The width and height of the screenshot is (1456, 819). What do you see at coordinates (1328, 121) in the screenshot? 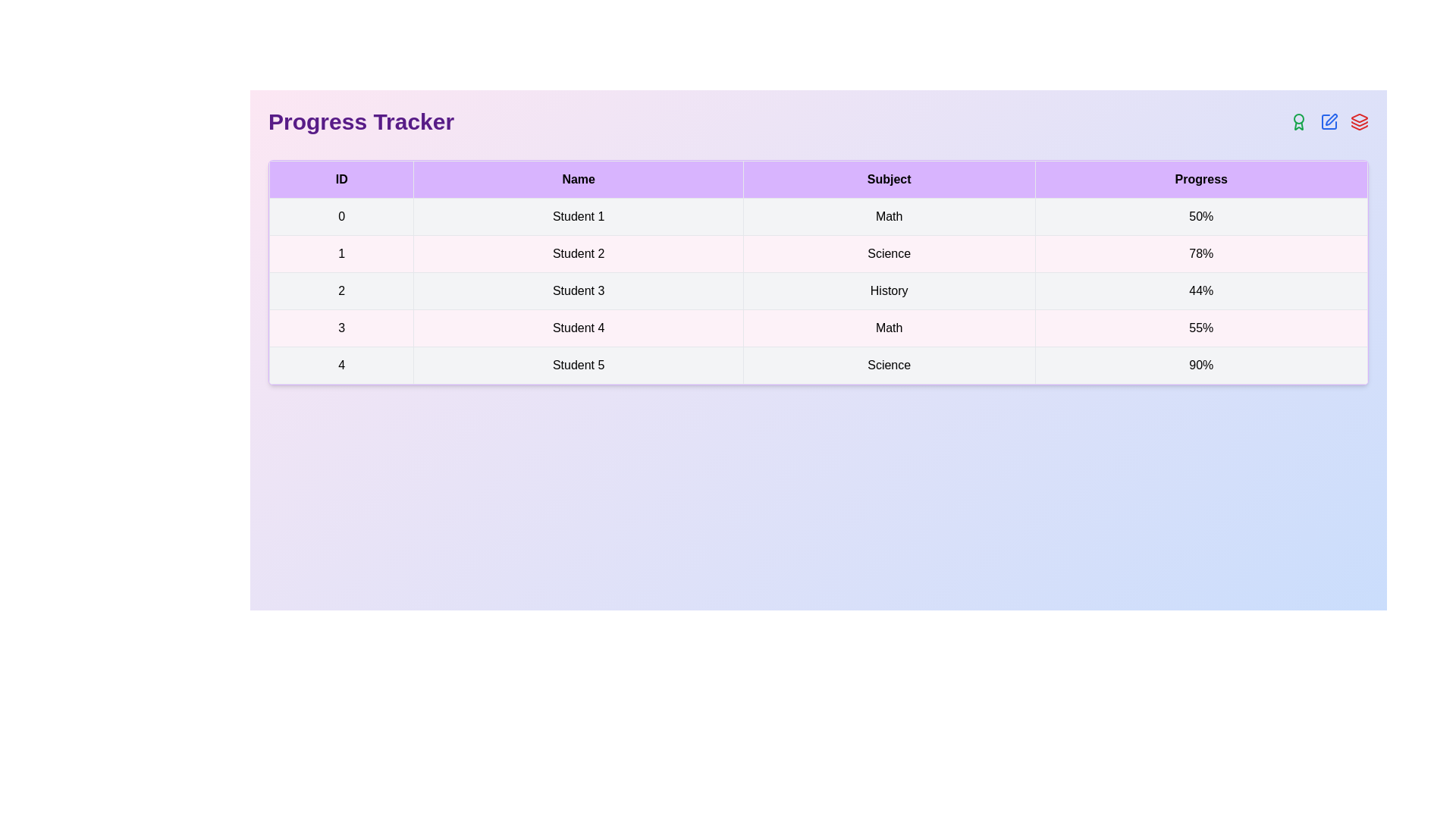
I see `the Edit icon in the header` at bounding box center [1328, 121].